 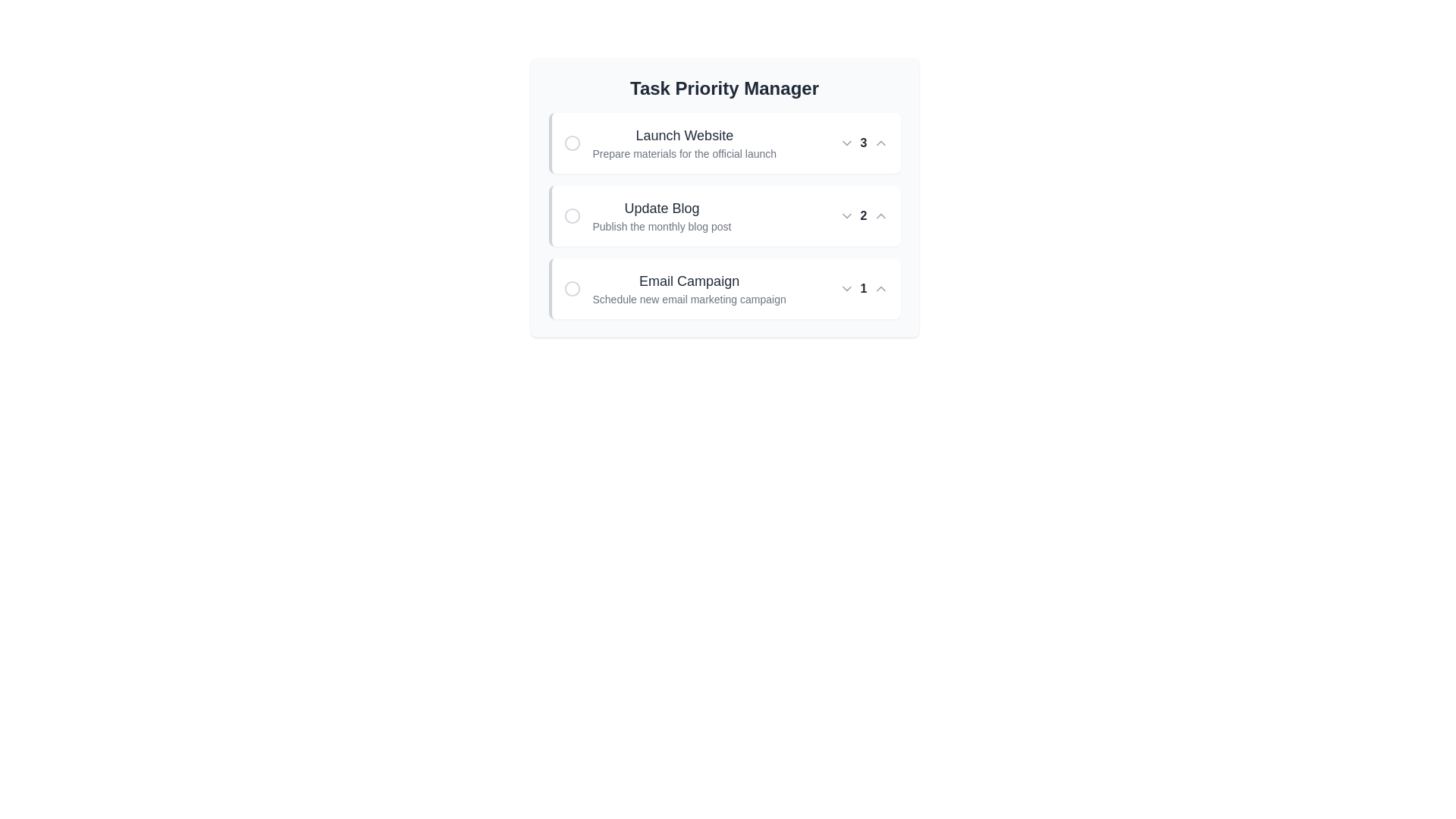 I want to click on the static text element that reads 'Email Campaign' and 'Schedule new email marketing campaign' in the third row of the 'Task Priority Manager' list, so click(x=689, y=289).